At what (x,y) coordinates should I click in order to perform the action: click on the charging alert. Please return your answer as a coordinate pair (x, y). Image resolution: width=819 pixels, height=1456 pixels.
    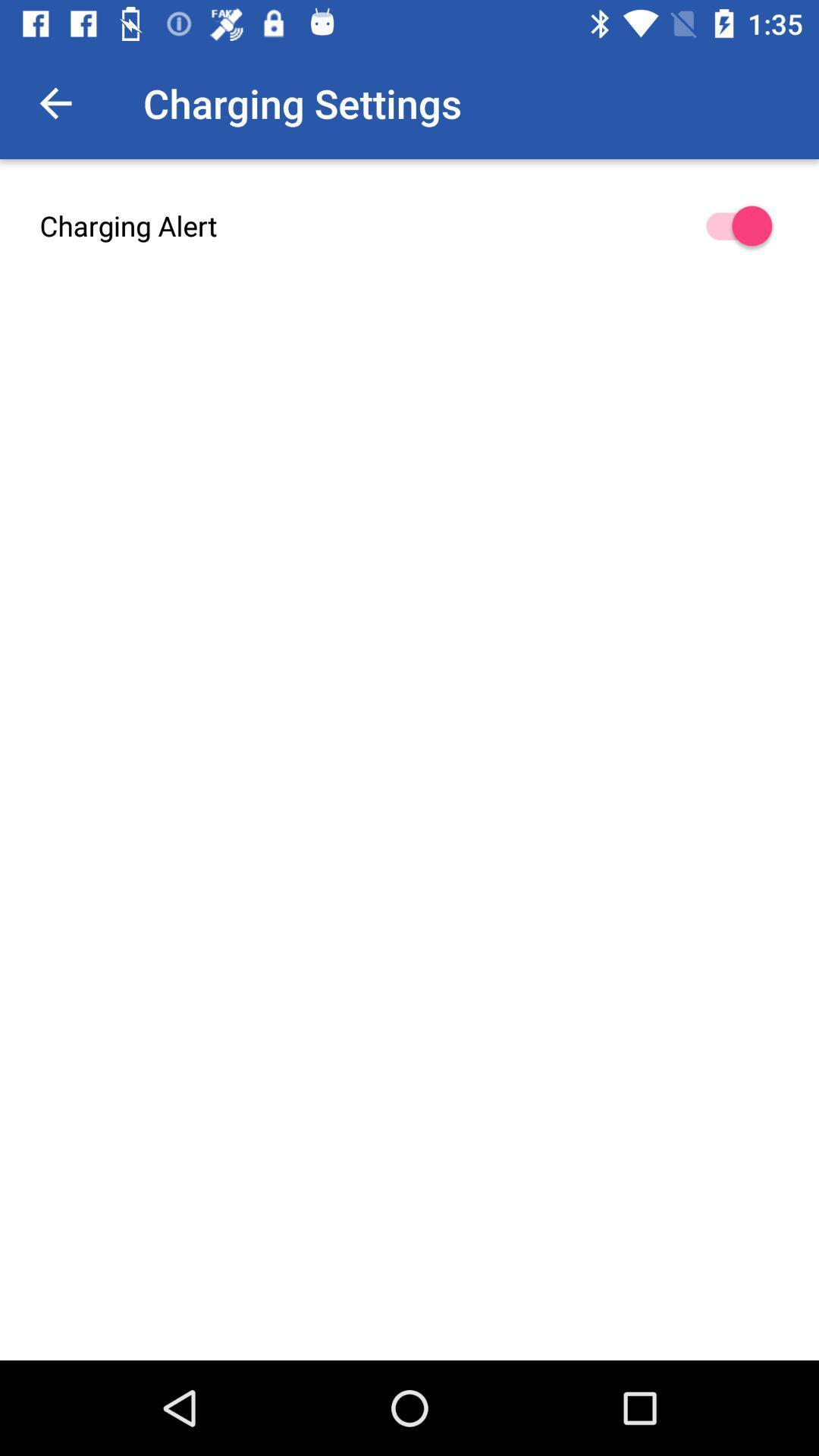
    Looking at the image, I should click on (409, 225).